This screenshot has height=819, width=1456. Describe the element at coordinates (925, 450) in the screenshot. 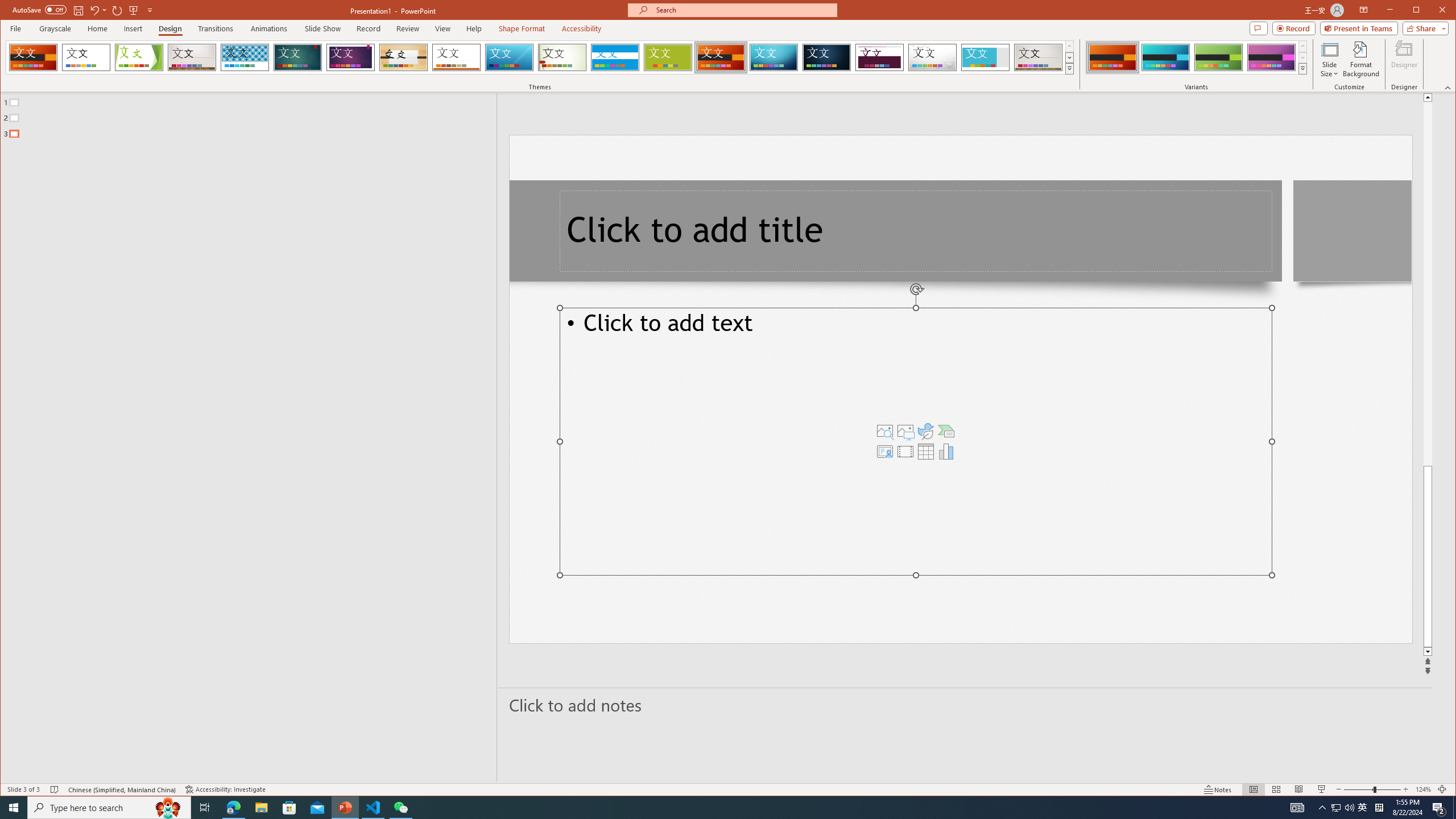

I see `'Insert Table'` at that location.